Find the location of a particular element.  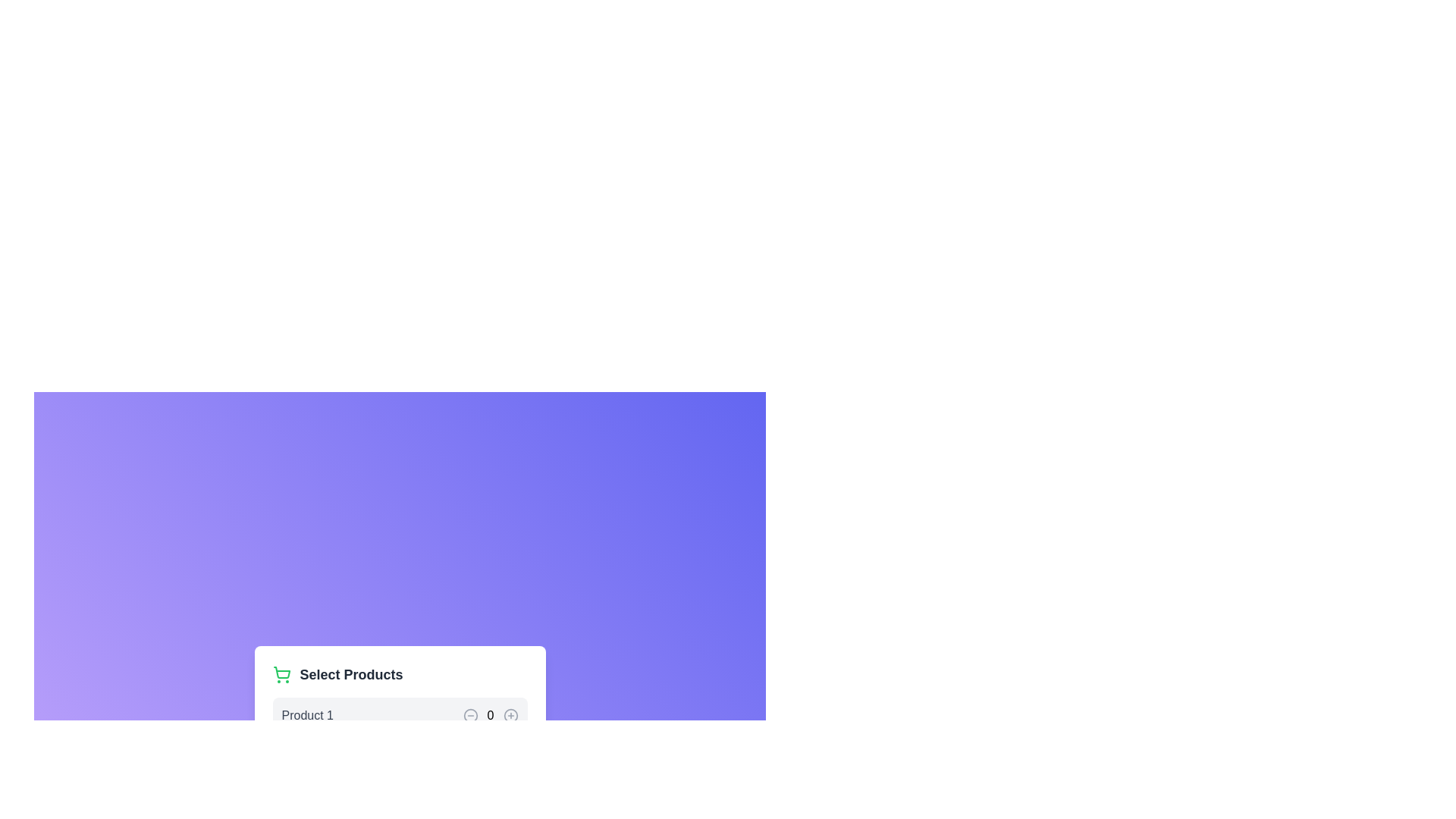

the 'Select Products' label, which features a green shopping cart icon on its left and is styled in a bold, larger font, positioned near the top of a card layout is located at coordinates (400, 674).